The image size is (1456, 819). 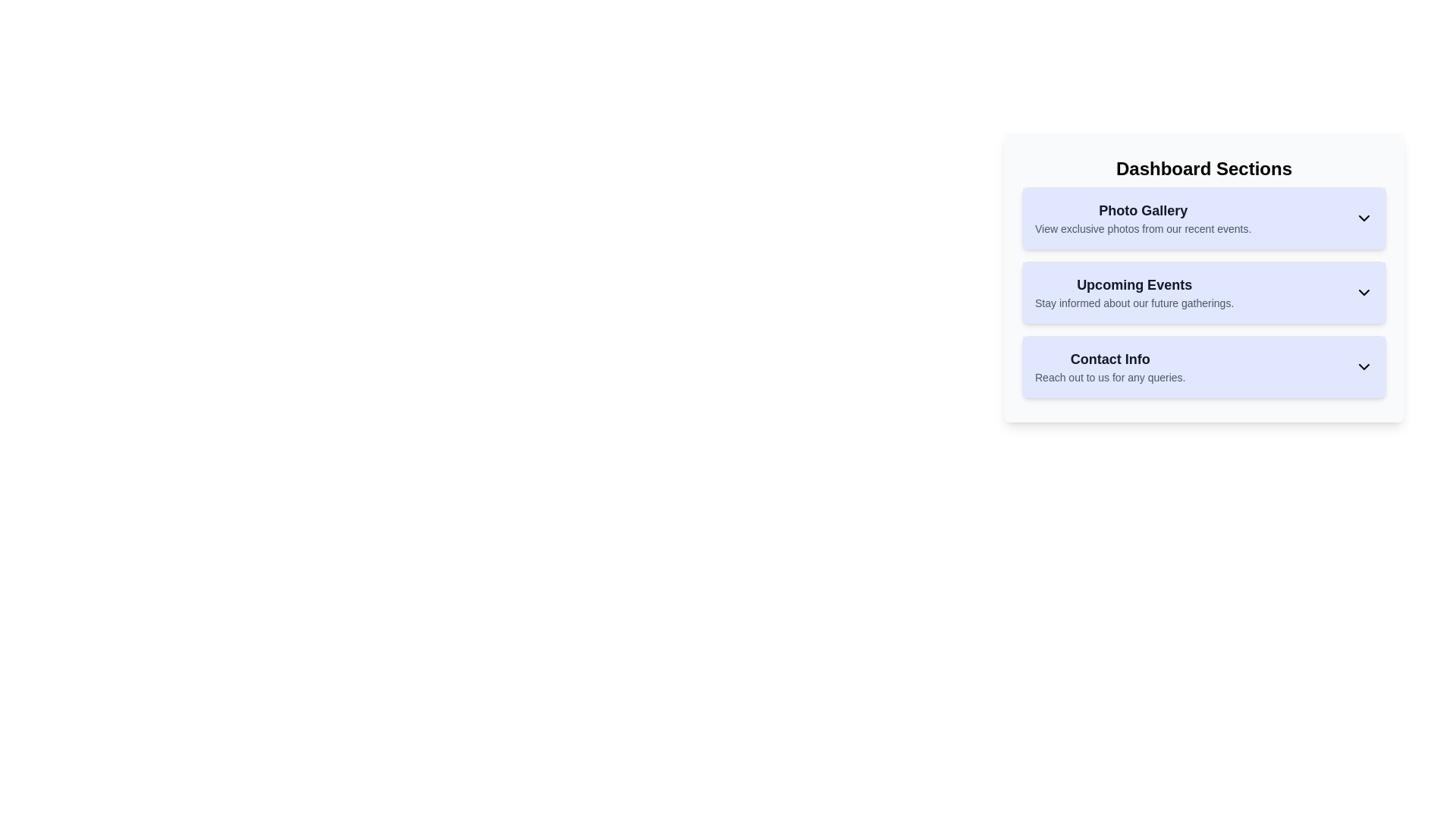 I want to click on the downward-pointing chevron icon located to the right of the text 'Stay informed about our future gatherings.' in the 'Upcoming Events' section, so click(x=1364, y=292).